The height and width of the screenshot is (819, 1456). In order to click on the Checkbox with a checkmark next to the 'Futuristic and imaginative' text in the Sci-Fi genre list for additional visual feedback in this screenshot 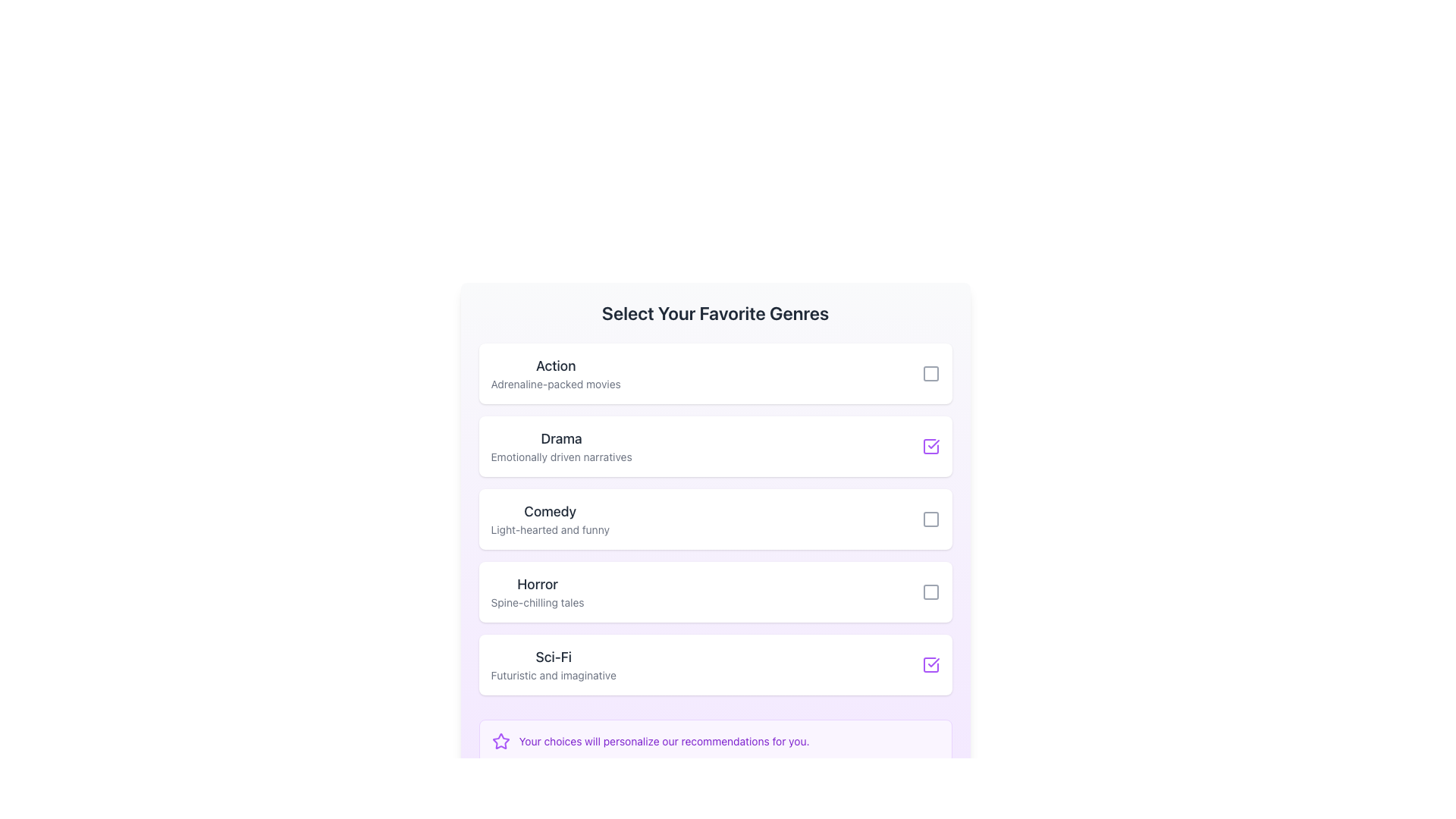, I will do `click(930, 664)`.